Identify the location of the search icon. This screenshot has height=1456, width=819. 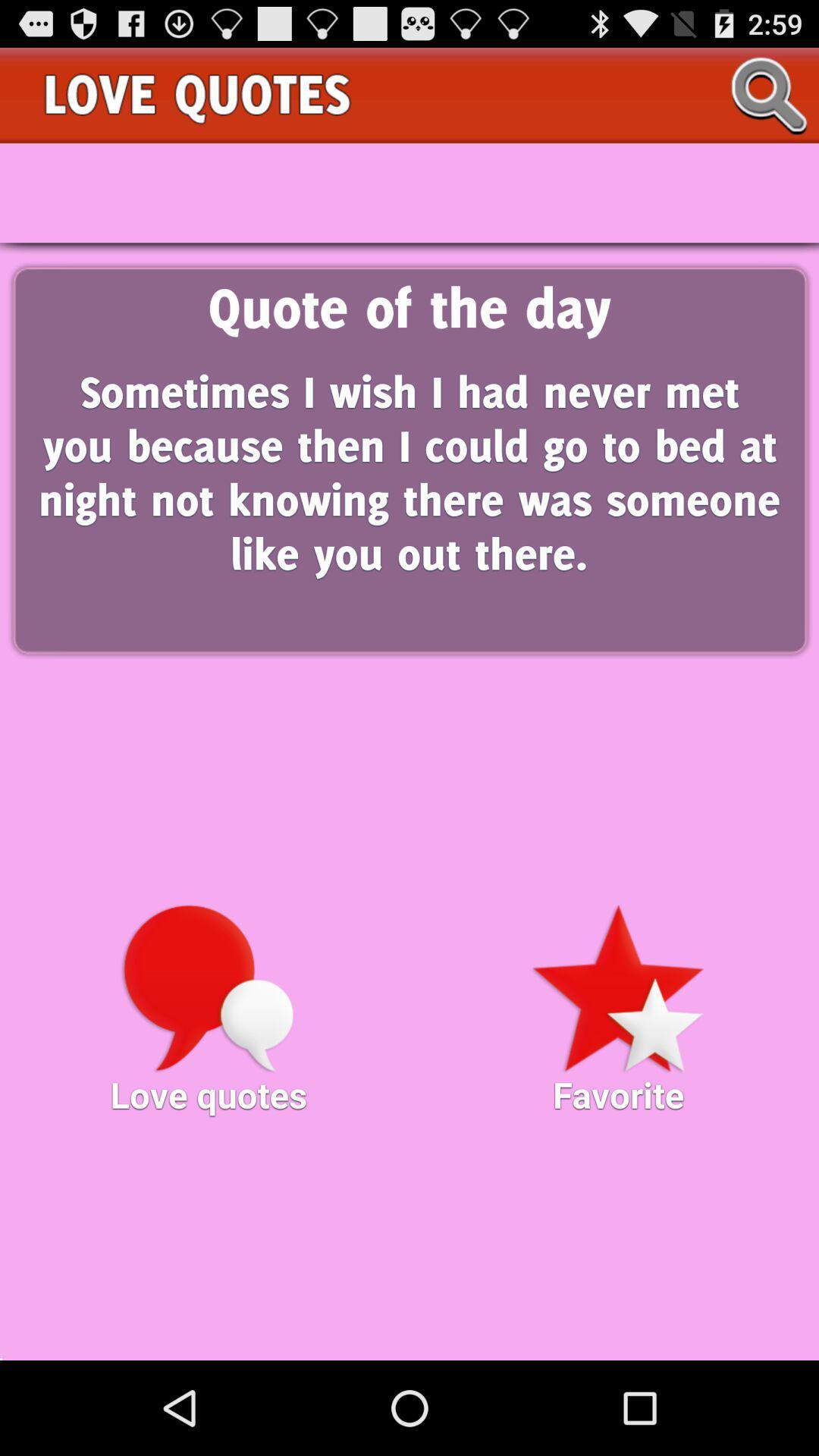
(769, 101).